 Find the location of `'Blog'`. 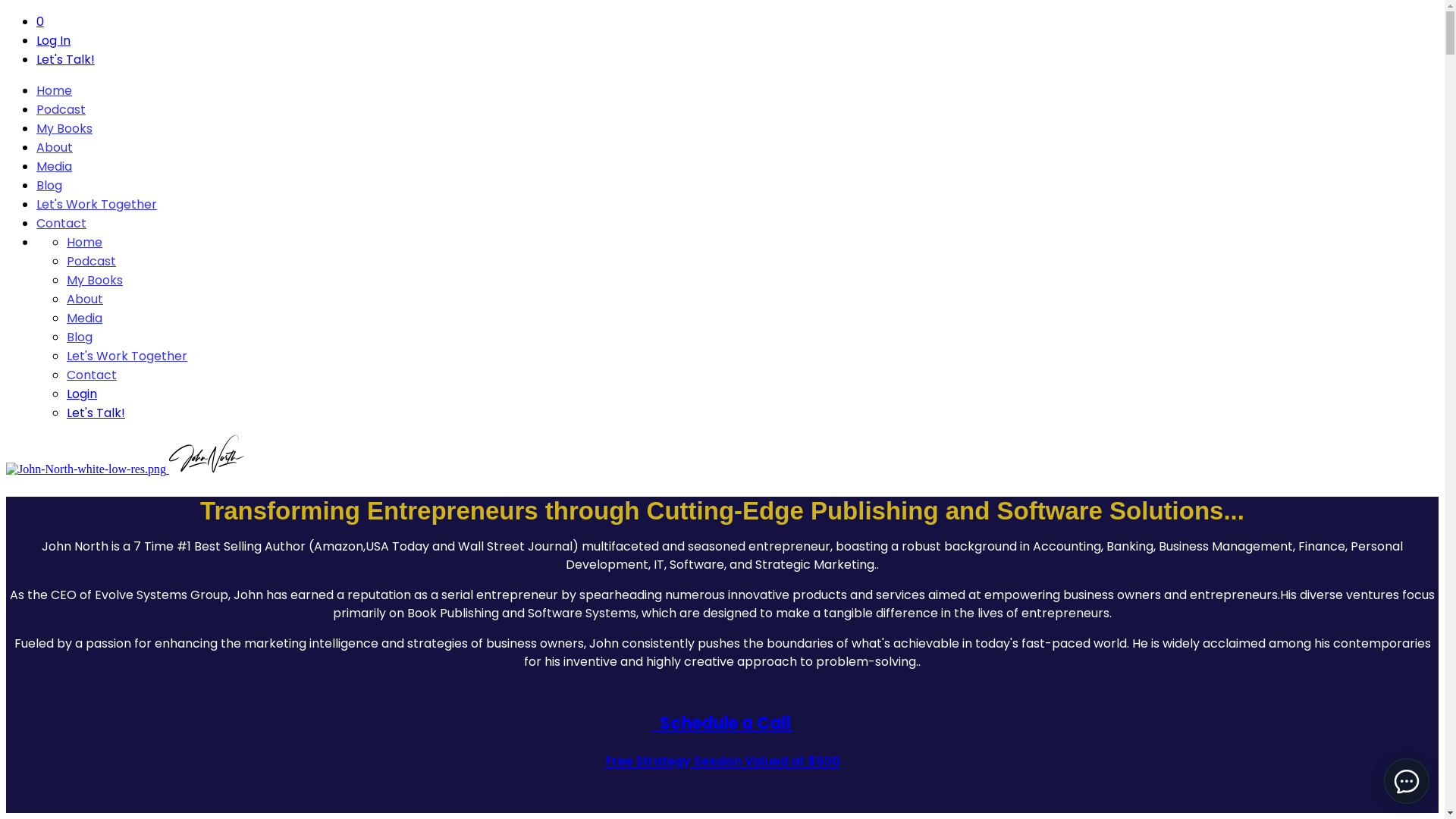

'Blog' is located at coordinates (49, 184).